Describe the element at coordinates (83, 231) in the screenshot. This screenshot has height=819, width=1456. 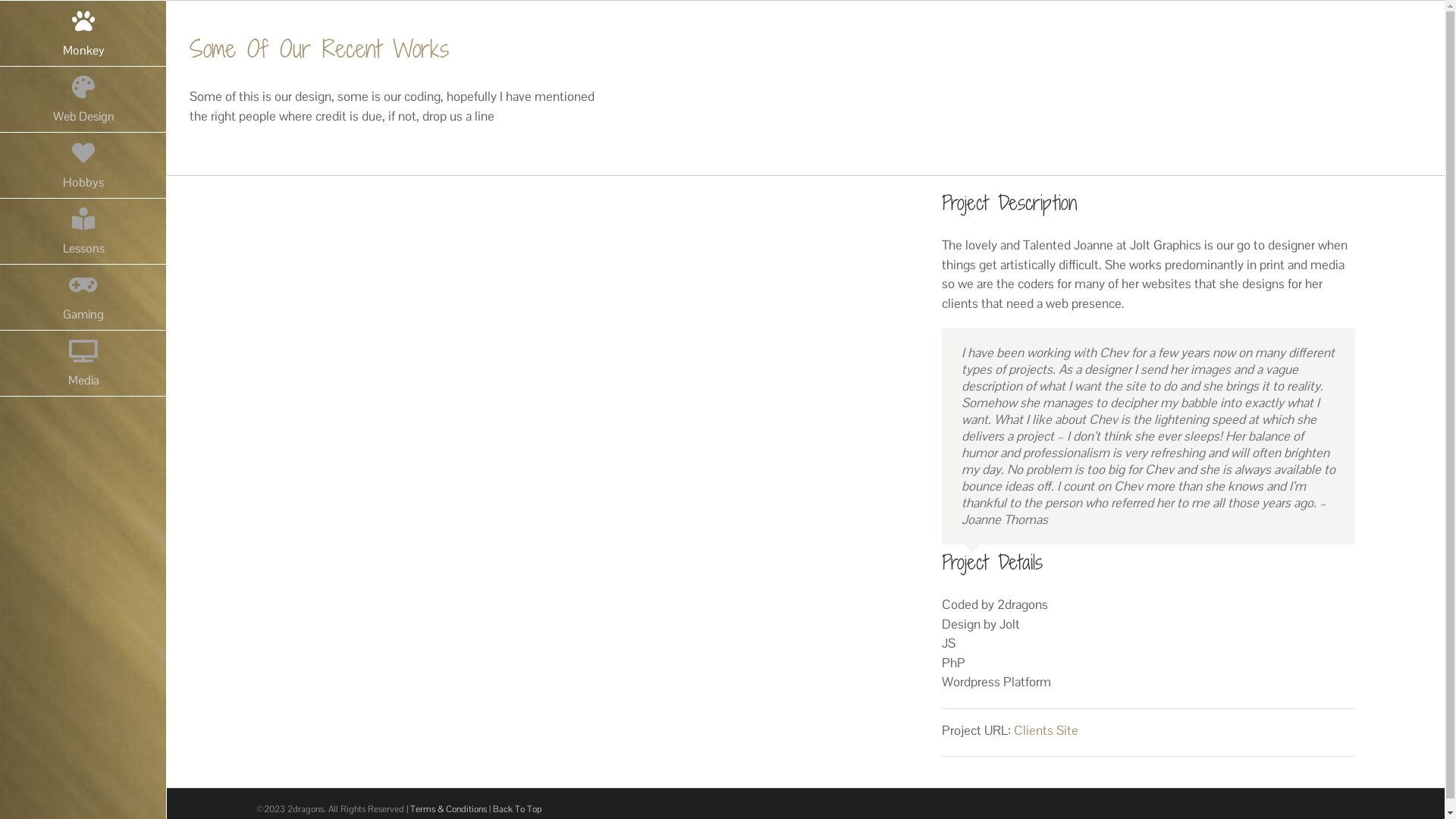
I see `'Lessons'` at that location.